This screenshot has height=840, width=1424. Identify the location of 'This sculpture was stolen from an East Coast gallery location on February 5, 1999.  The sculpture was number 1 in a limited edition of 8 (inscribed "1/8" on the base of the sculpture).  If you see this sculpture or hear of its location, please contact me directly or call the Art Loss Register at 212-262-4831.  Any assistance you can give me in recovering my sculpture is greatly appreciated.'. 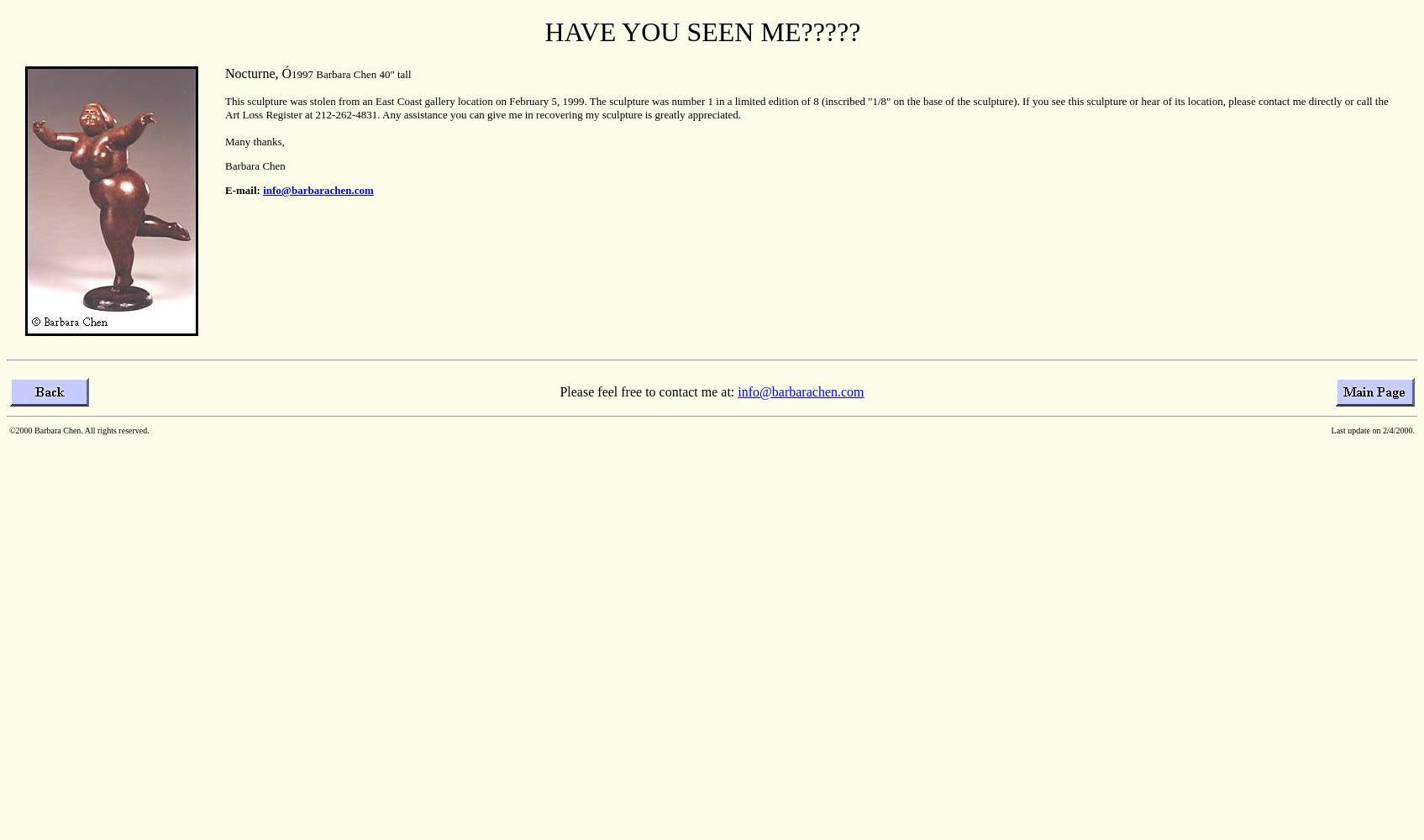
(807, 108).